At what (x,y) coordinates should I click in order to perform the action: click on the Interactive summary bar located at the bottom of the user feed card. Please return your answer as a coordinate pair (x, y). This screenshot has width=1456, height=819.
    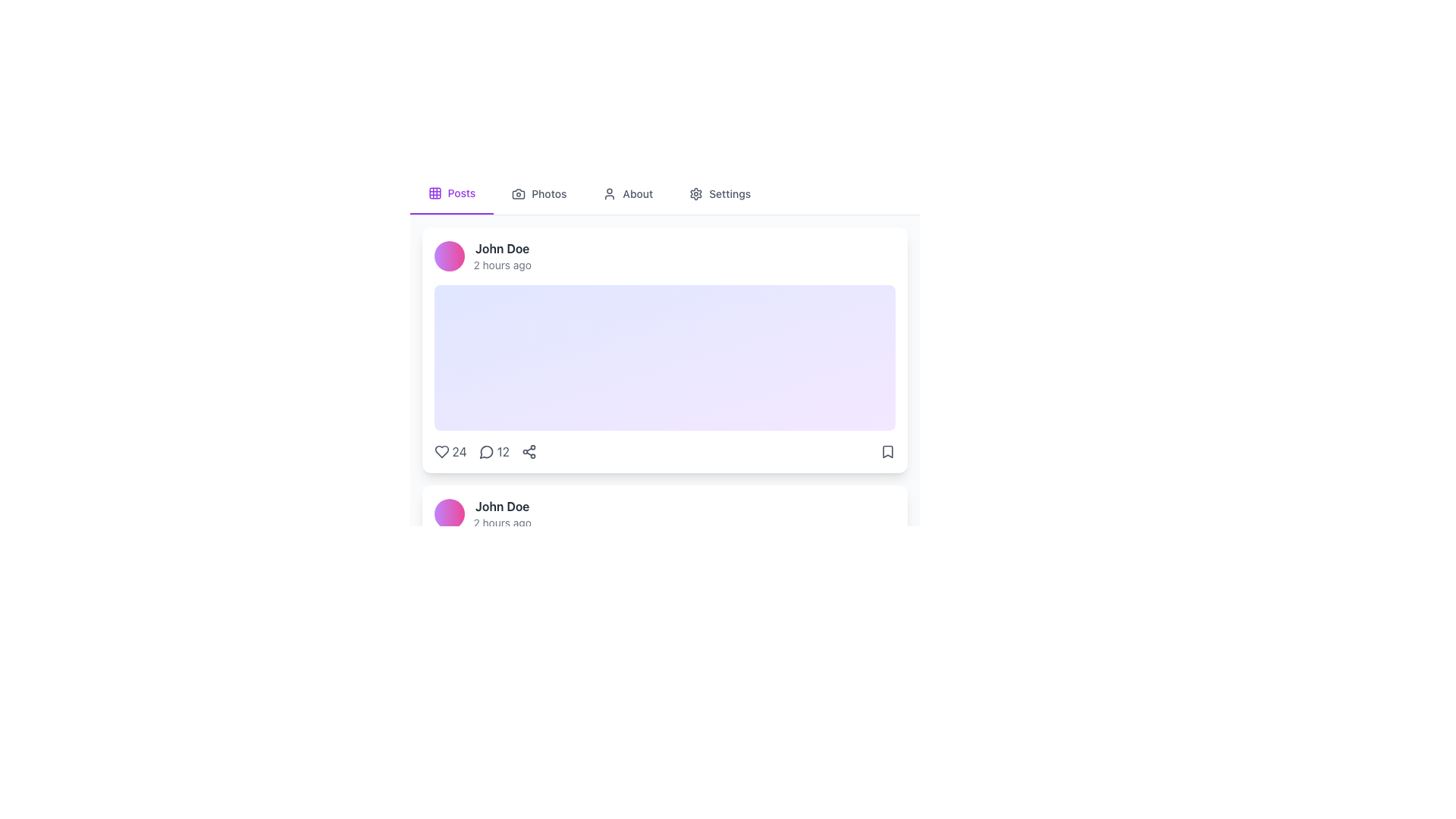
    Looking at the image, I should click on (664, 451).